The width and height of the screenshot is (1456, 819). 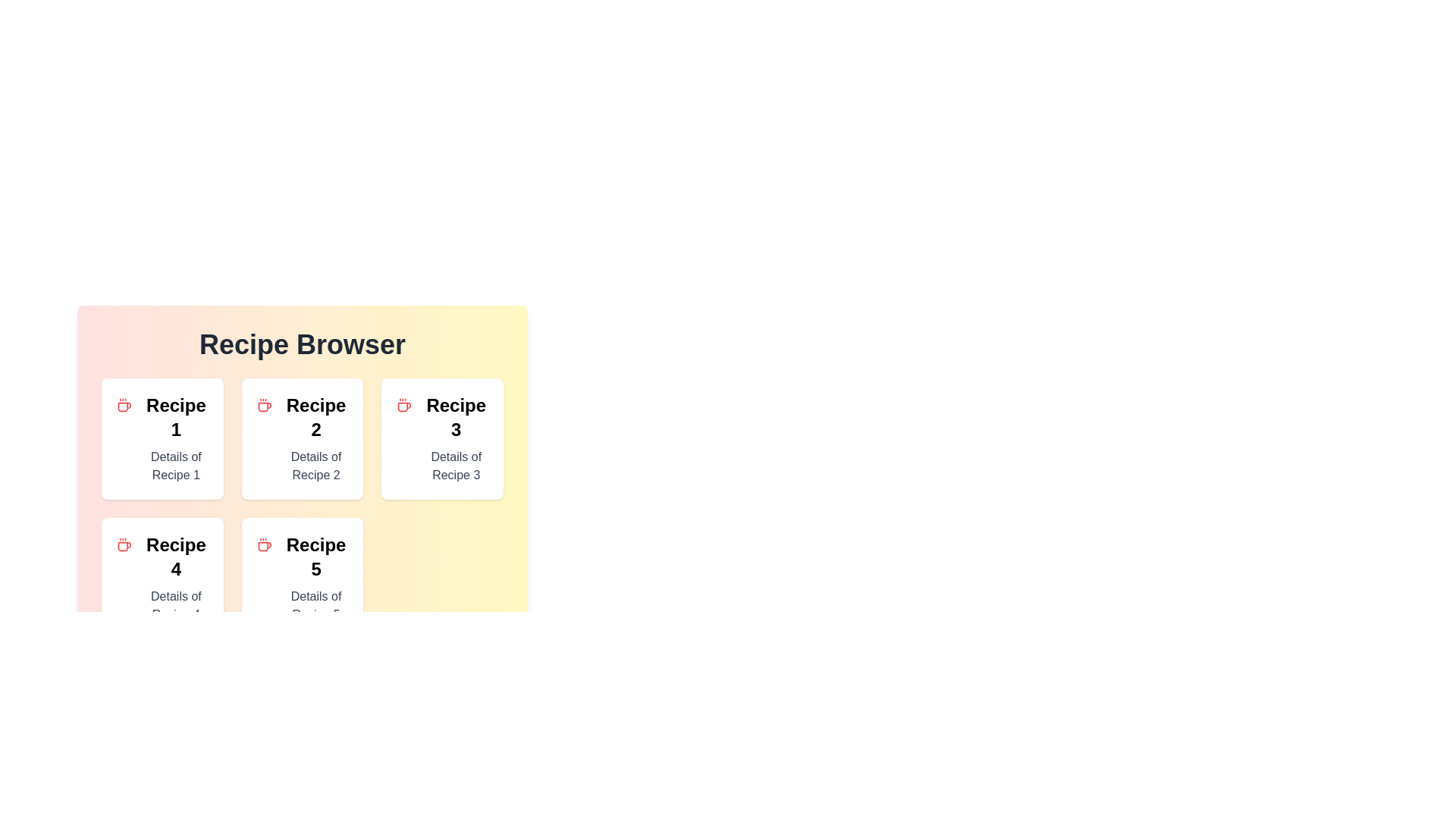 What do you see at coordinates (162, 438) in the screenshot?
I see `the card displaying 'Recipe 1' with a red coffee icon, located in the first column of the first row under the 'Recipe Browser' heading` at bounding box center [162, 438].